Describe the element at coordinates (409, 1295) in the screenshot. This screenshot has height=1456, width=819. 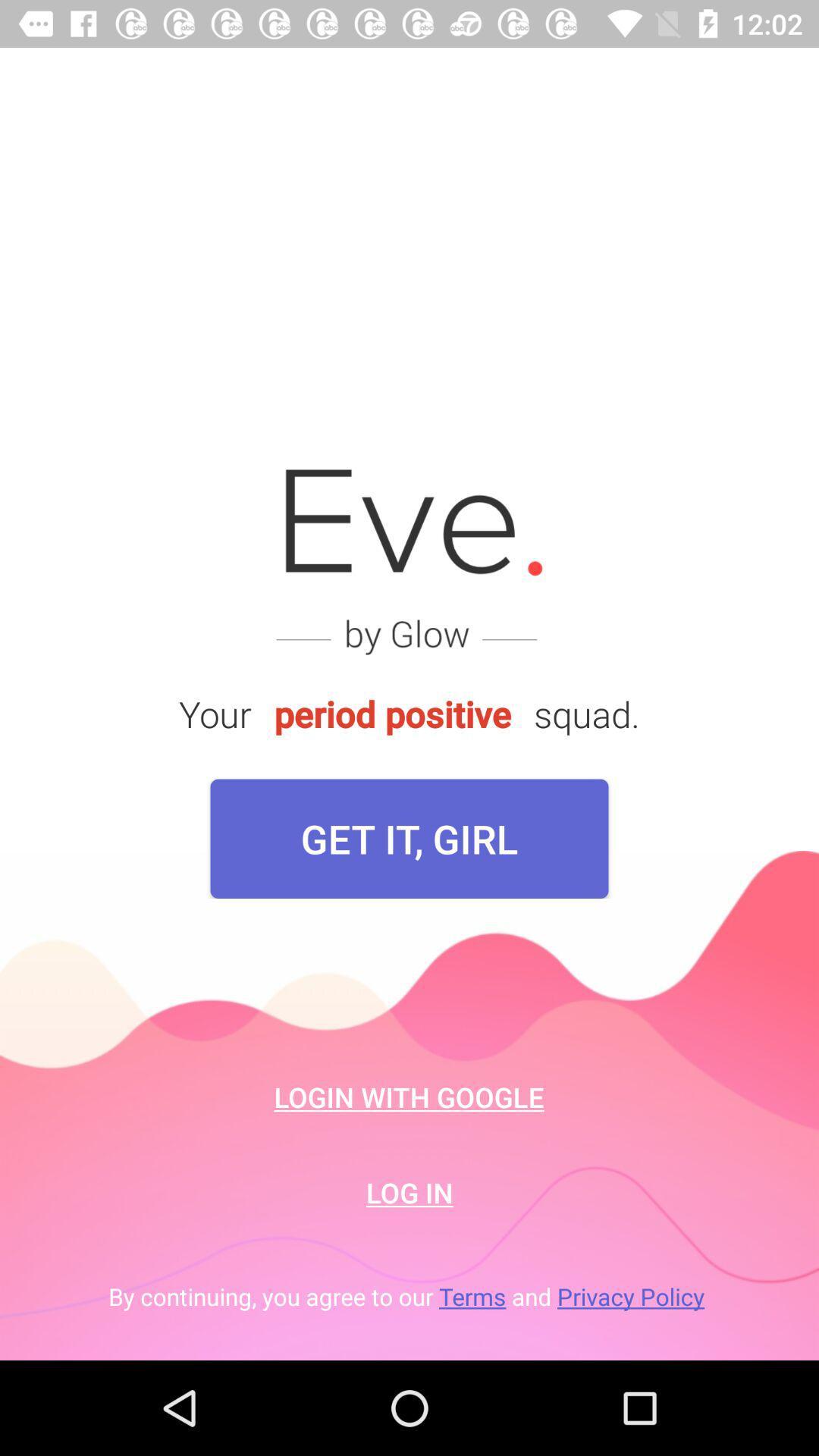
I see `the by continuing you icon` at that location.